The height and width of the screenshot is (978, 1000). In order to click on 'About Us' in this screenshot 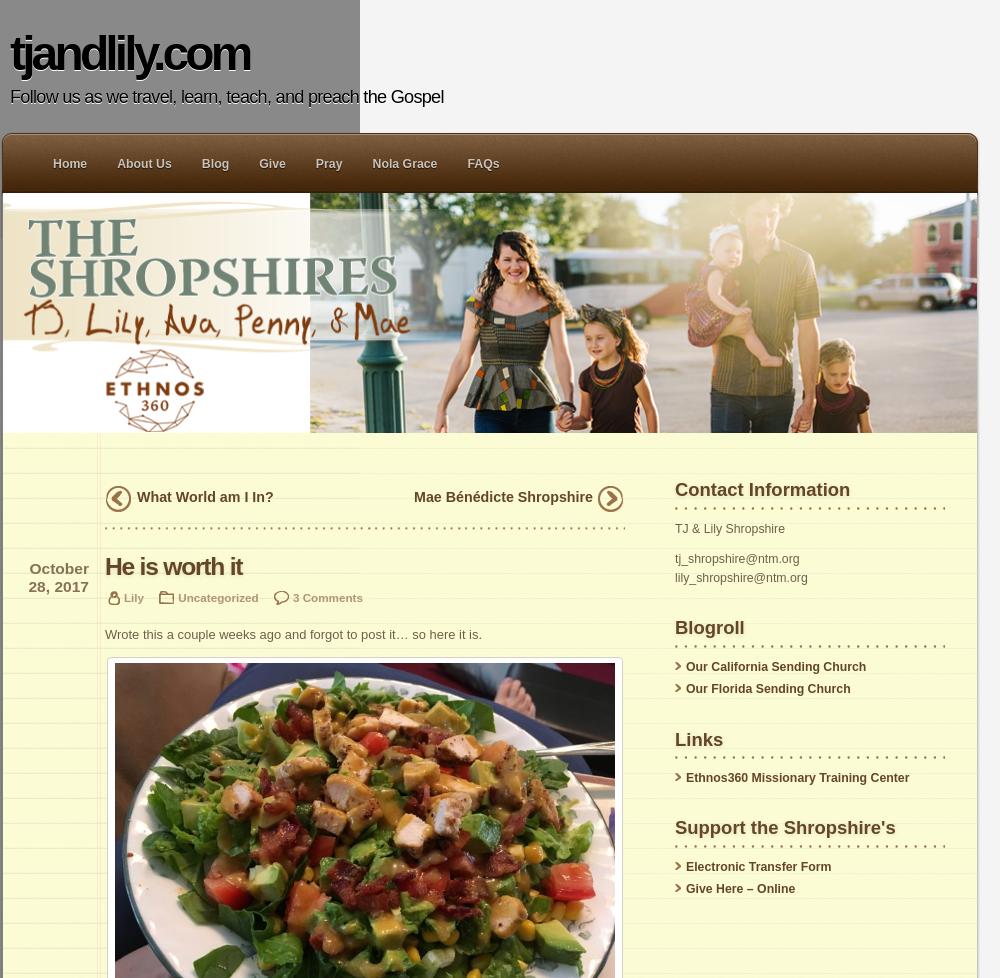, I will do `click(116, 164)`.